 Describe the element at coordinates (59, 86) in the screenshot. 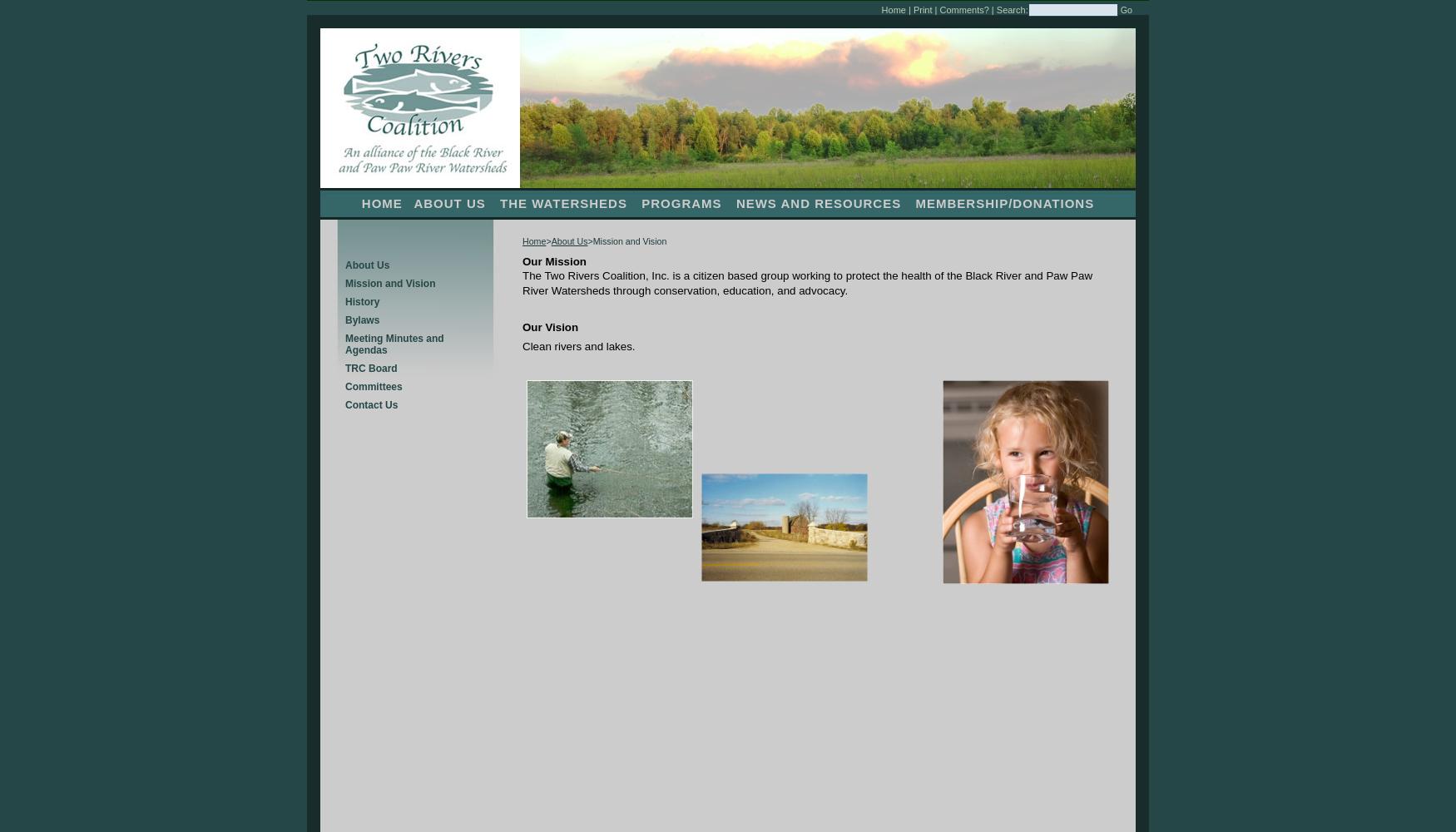

I see `'27-Aug-11 Paddle (Map)'` at that location.